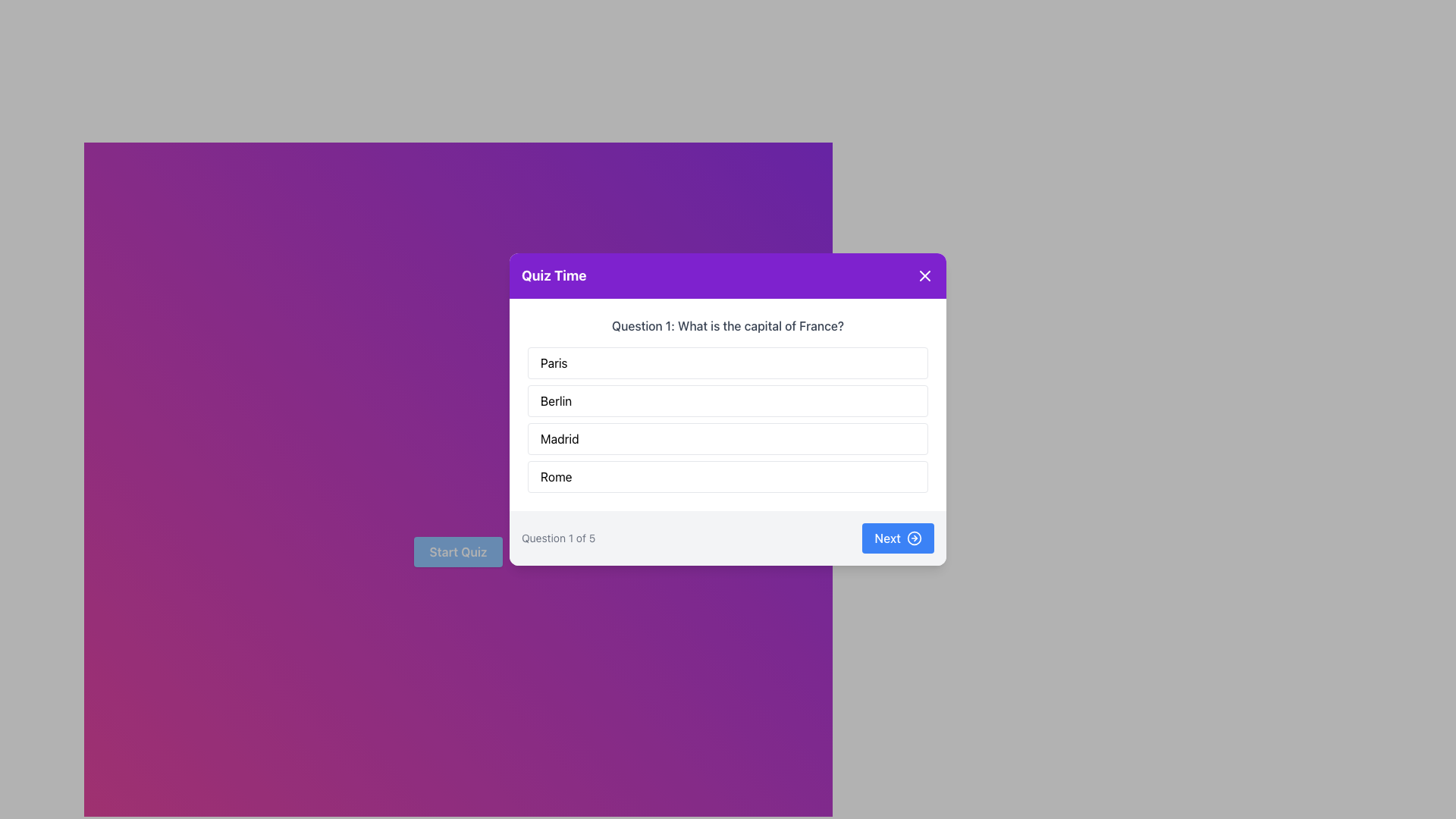  Describe the element at coordinates (924, 275) in the screenshot. I see `the close icon located at the top-right corner of the modal dialog box with a purple header` at that location.